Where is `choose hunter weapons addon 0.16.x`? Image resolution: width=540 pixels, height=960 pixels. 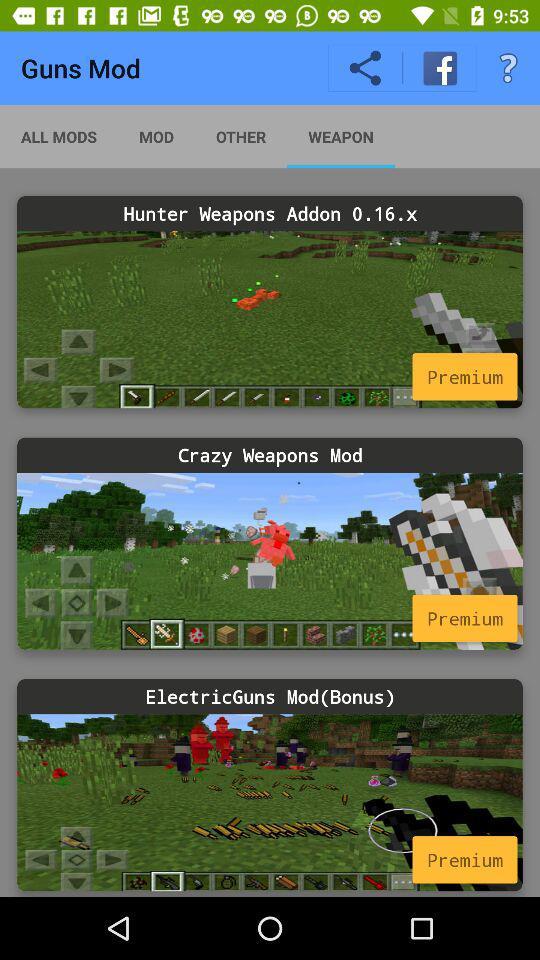
choose hunter weapons addon 0.16.x is located at coordinates (270, 319).